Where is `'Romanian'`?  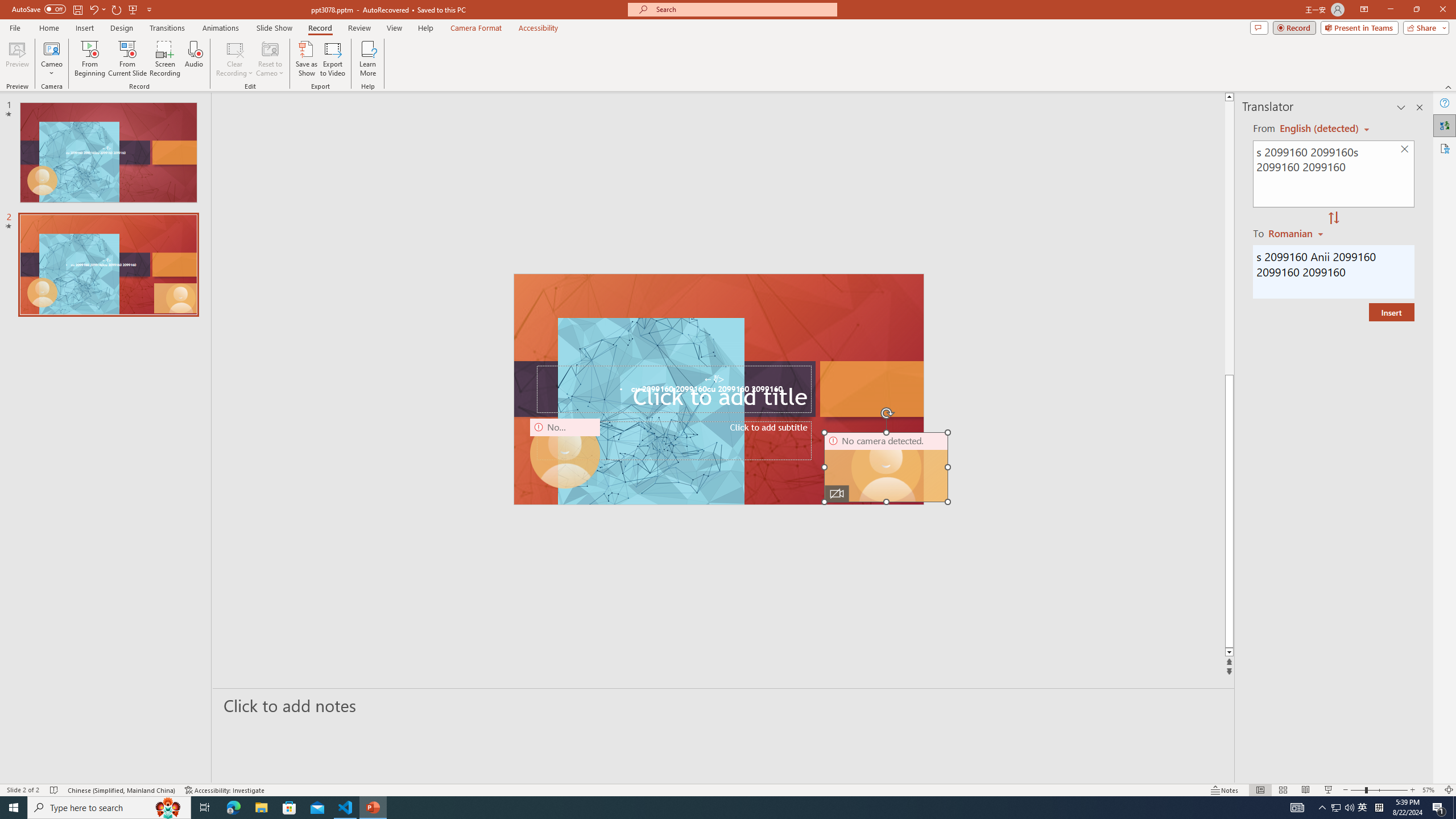 'Romanian' is located at coordinates (1296, 233).